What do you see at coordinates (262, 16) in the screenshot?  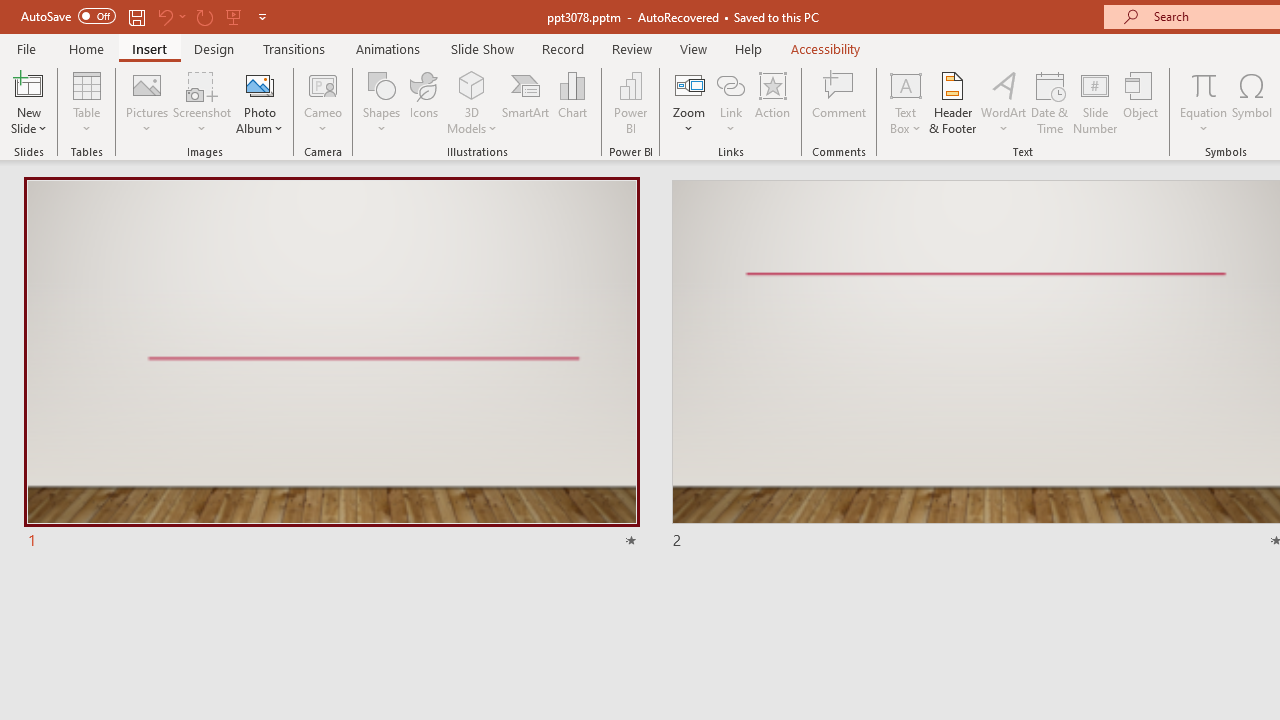 I see `'Customize Quick Access Toolbar'` at bounding box center [262, 16].